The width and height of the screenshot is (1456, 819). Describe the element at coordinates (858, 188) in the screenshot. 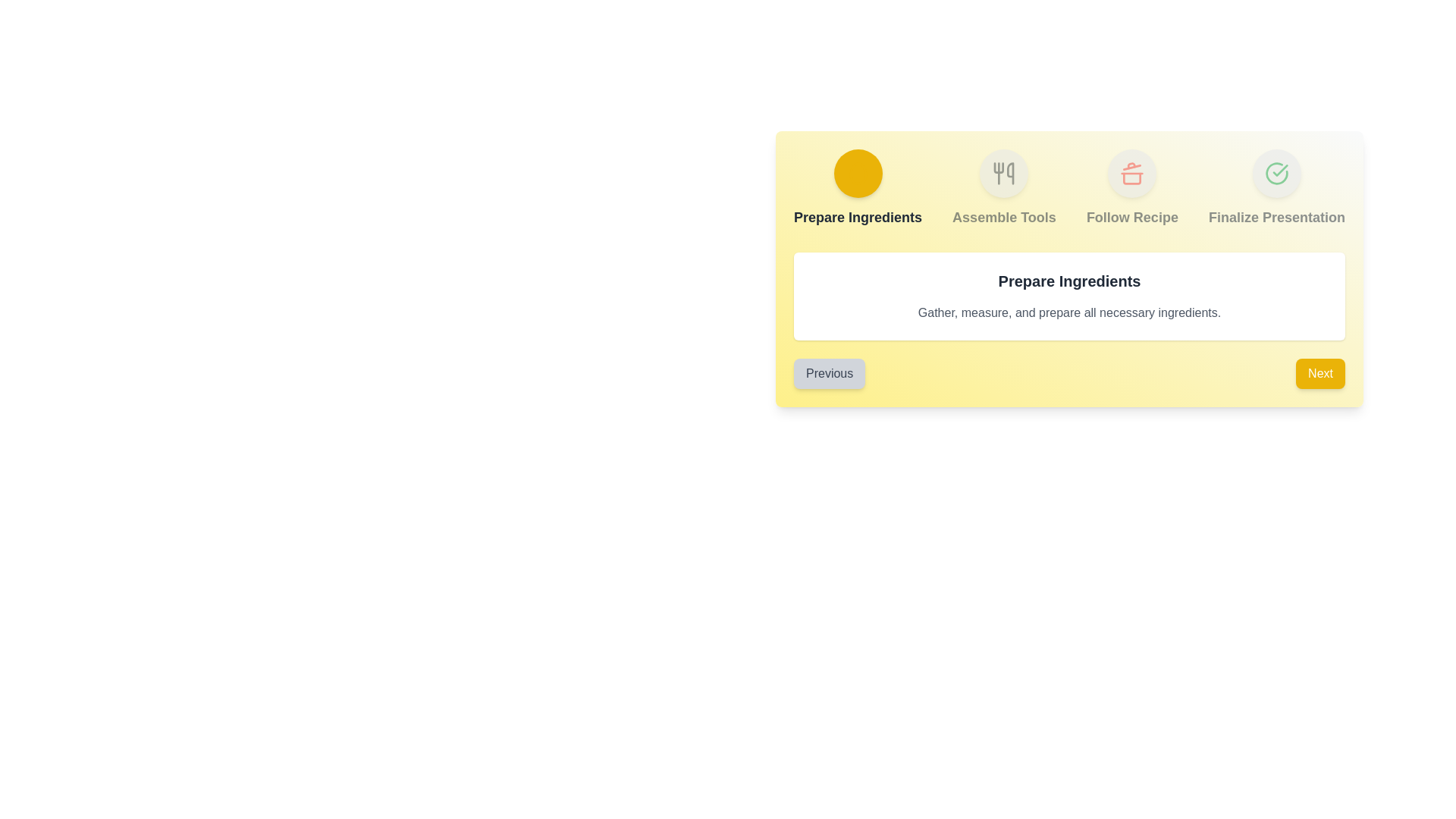

I see `the 'Prepare Ingredients' graphic element, which indicates the current step in the workflow process` at that location.